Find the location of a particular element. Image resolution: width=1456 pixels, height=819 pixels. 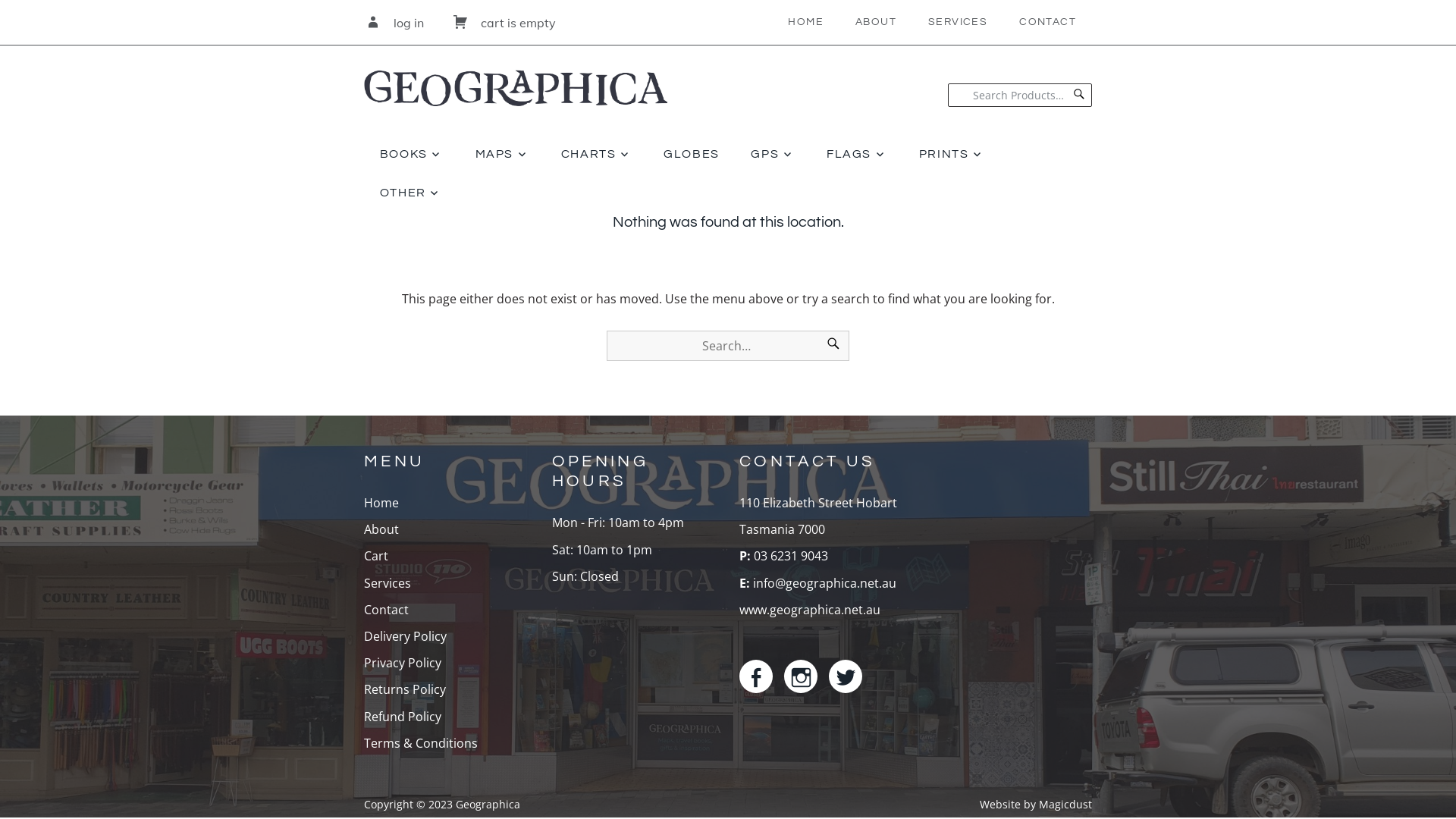

'PRINTS' is located at coordinates (950, 154).